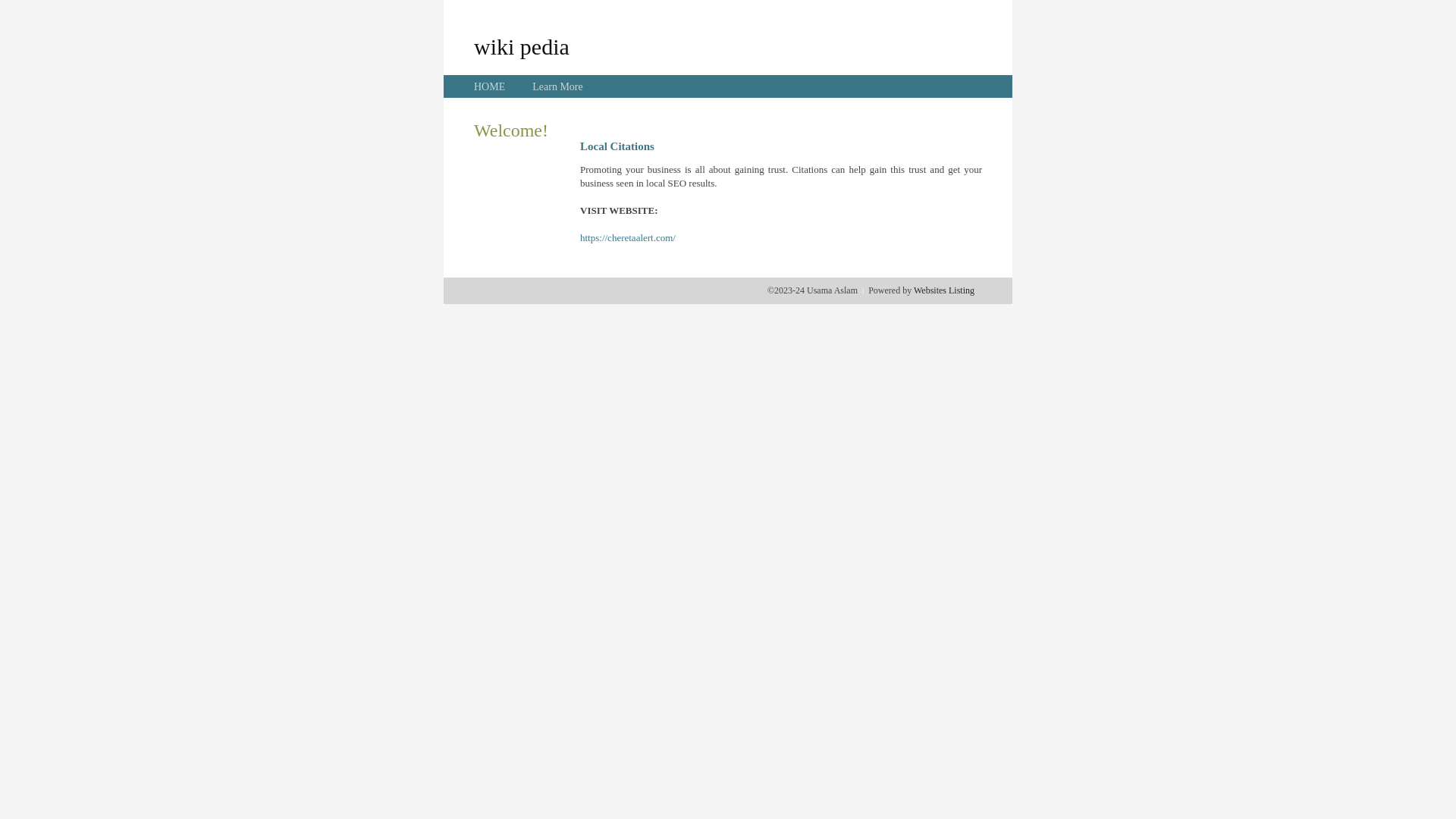  What do you see at coordinates (521, 45) in the screenshot?
I see `'wiki pedia'` at bounding box center [521, 45].